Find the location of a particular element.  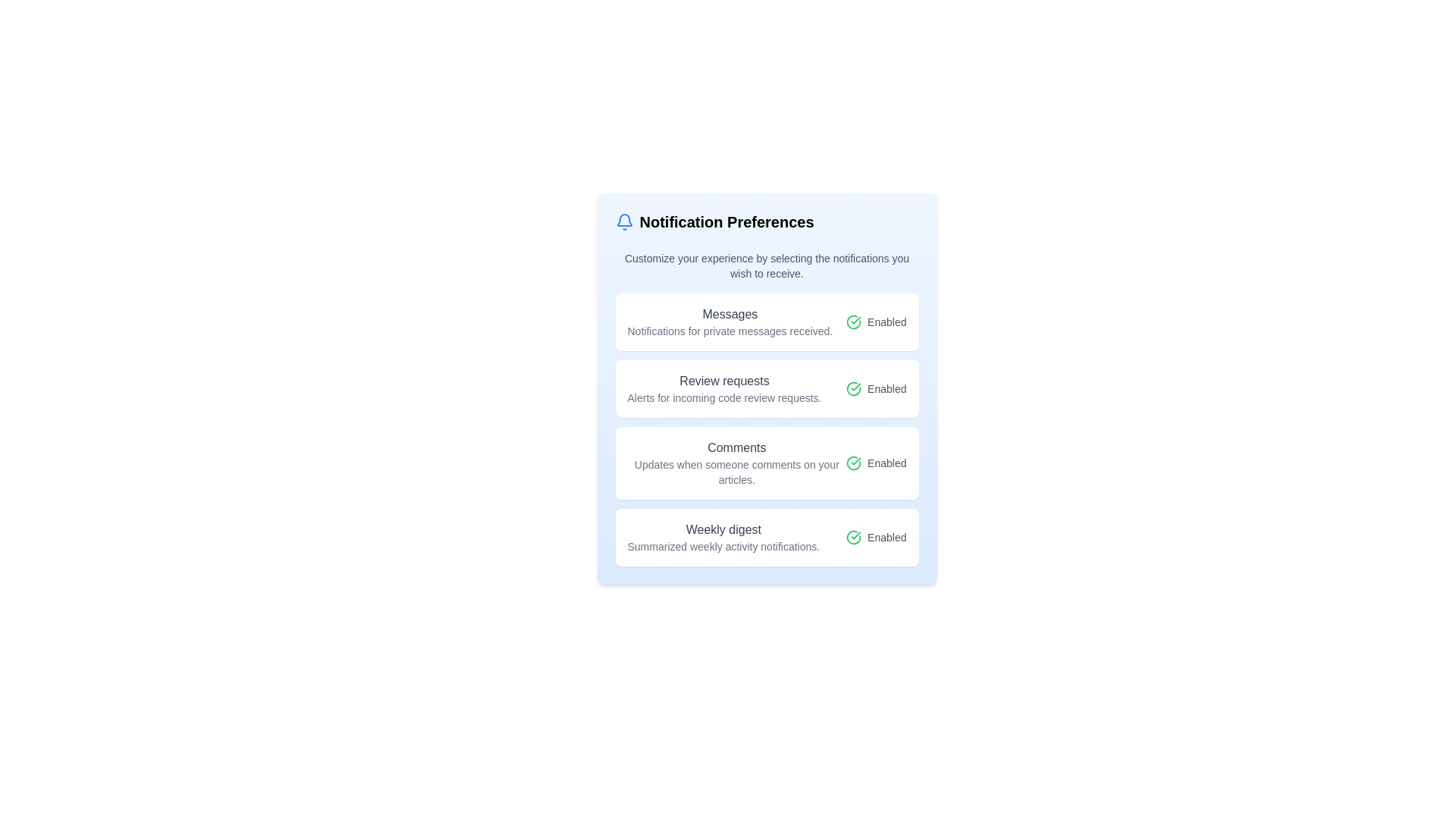

the fourth item in the notification preferences pane, which represents the 'Weekly digest' notification setting is located at coordinates (767, 537).